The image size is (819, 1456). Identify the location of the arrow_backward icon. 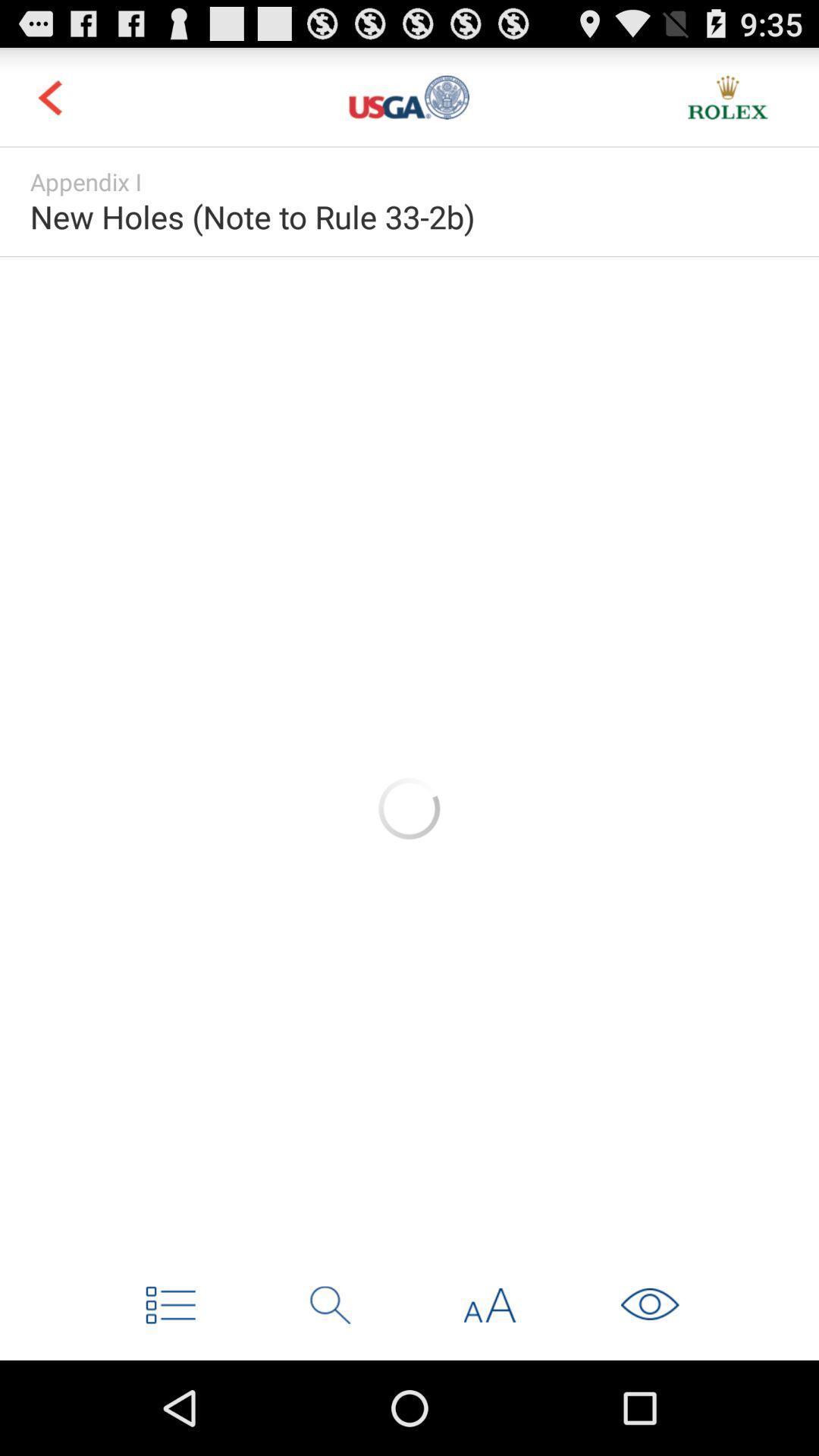
(49, 103).